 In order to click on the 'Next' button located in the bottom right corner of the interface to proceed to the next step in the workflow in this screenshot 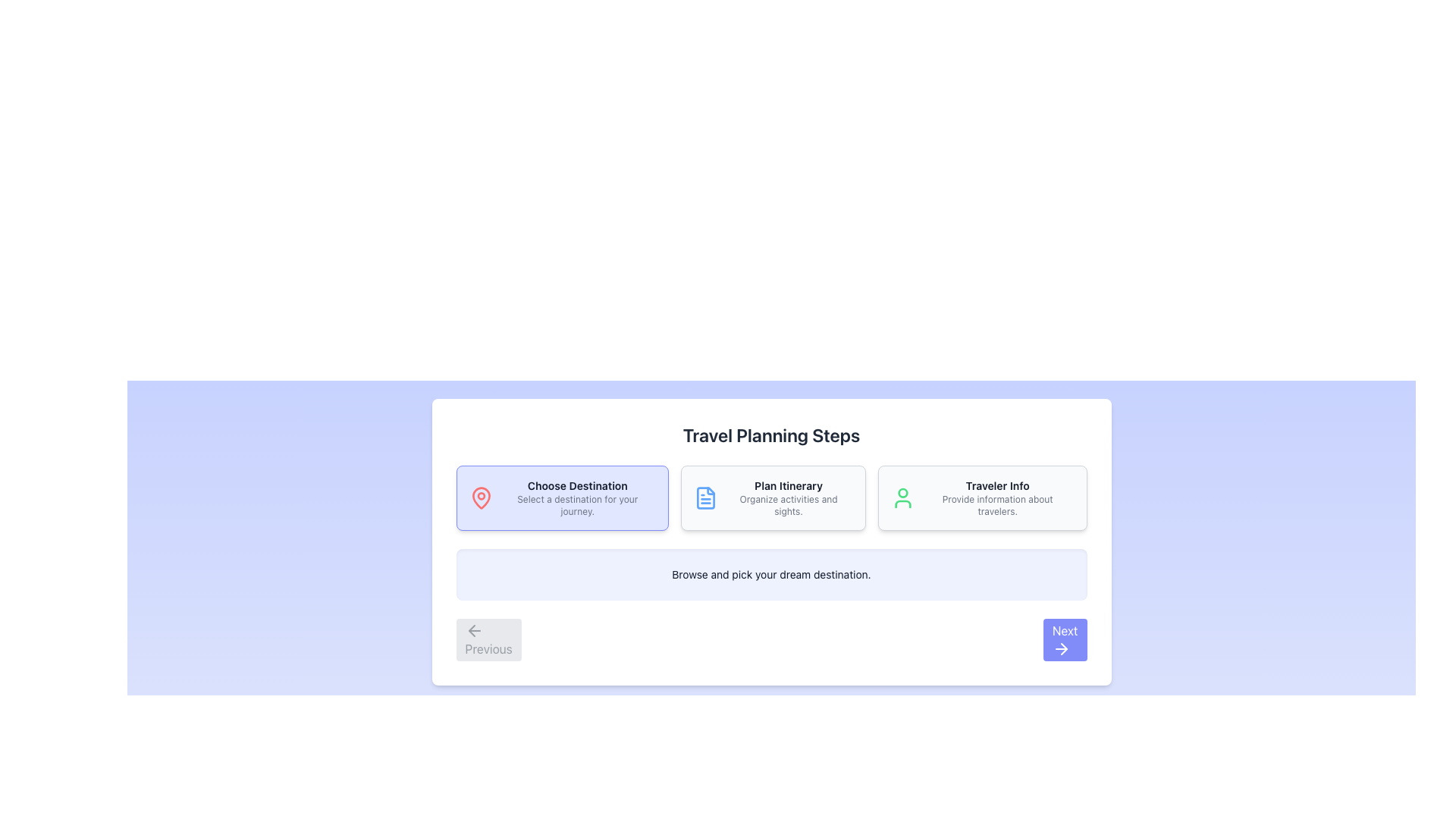, I will do `click(1064, 640)`.